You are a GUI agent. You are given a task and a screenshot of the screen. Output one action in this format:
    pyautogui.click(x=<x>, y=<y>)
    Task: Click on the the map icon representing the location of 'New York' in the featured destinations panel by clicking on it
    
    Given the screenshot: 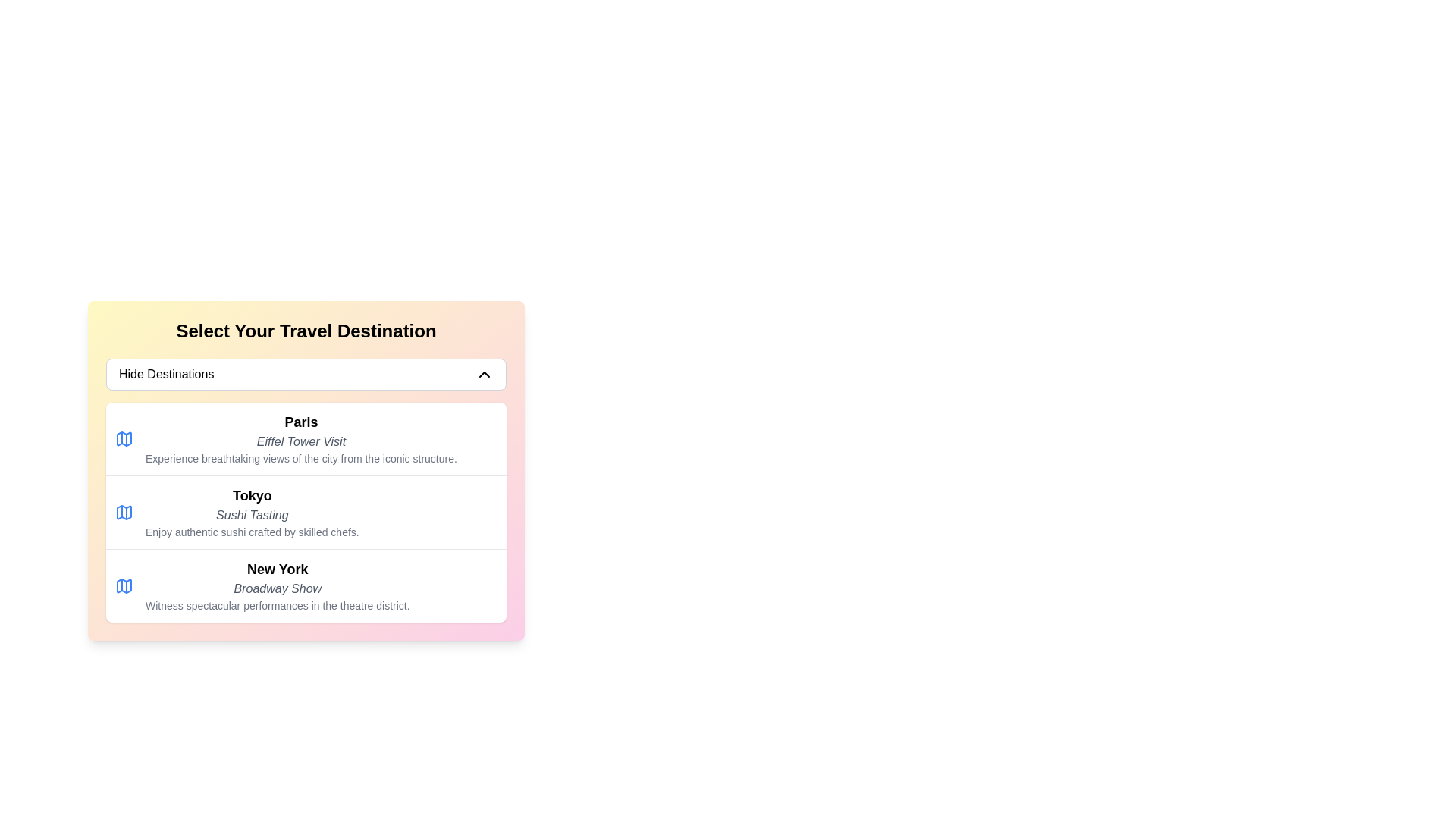 What is the action you would take?
    pyautogui.click(x=124, y=585)
    